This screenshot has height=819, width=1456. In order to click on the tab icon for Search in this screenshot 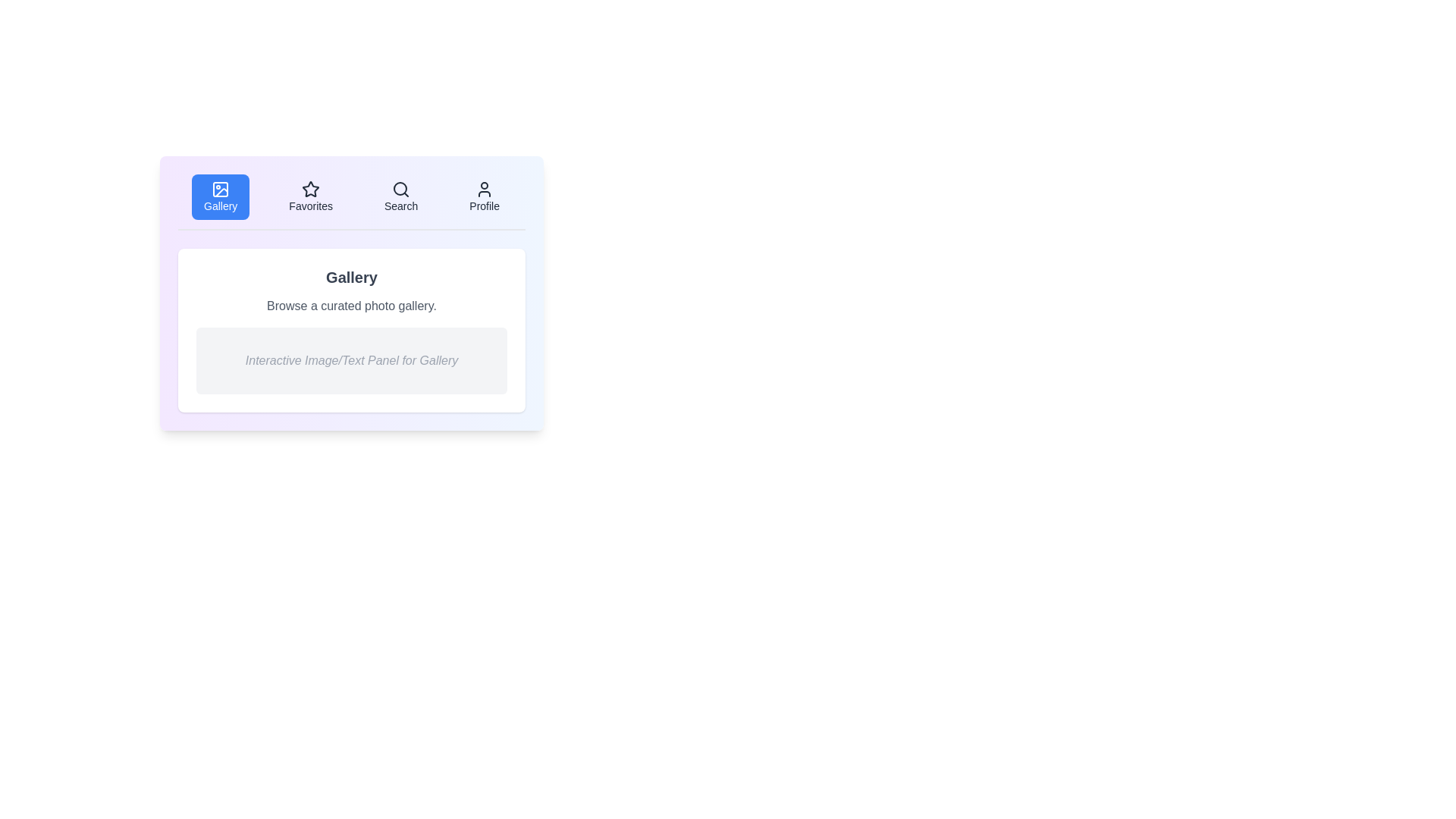, I will do `click(400, 189)`.